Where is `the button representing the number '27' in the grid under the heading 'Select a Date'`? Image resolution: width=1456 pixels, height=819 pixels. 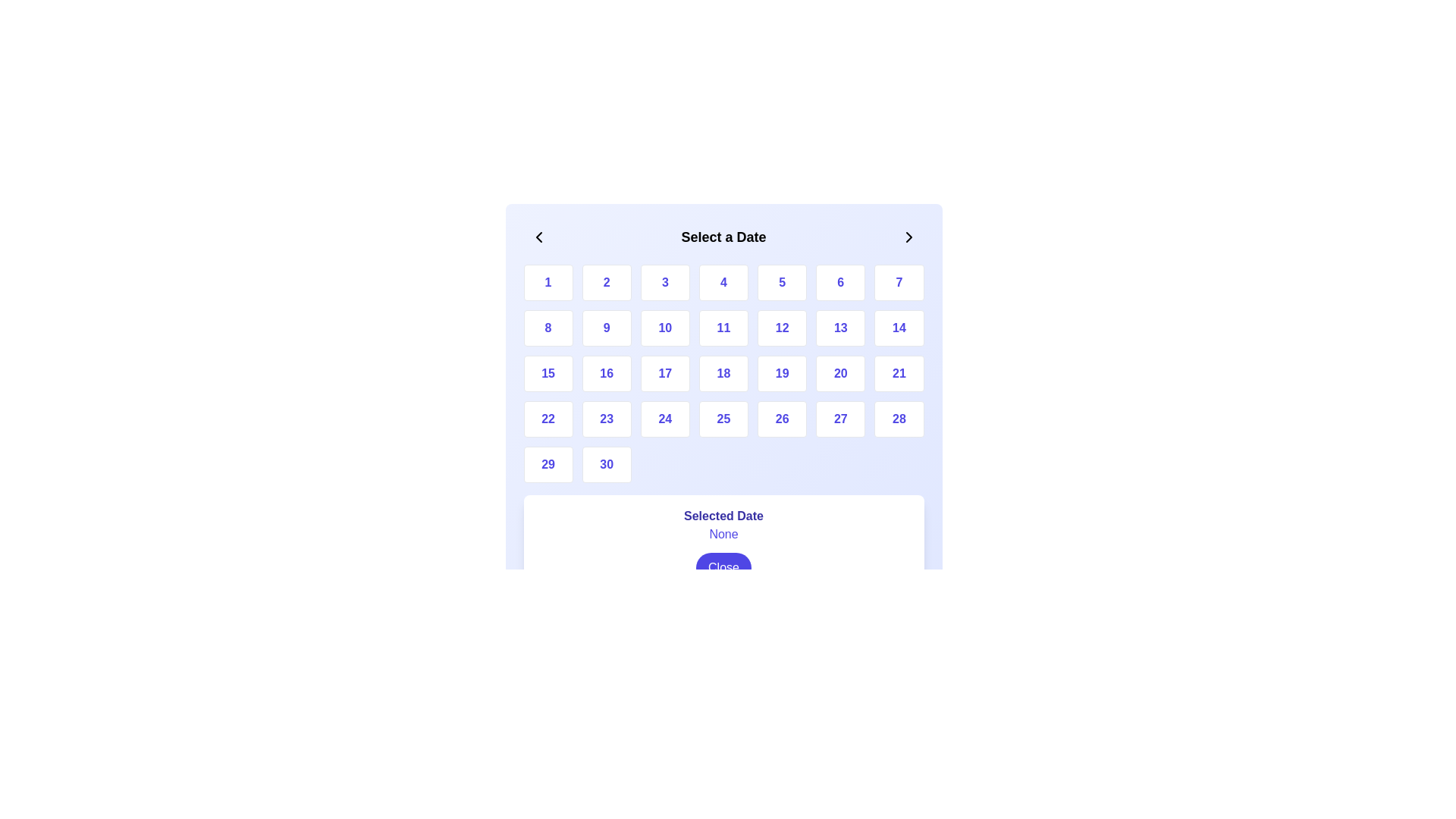
the button representing the number '27' in the grid under the heading 'Select a Date' is located at coordinates (839, 419).